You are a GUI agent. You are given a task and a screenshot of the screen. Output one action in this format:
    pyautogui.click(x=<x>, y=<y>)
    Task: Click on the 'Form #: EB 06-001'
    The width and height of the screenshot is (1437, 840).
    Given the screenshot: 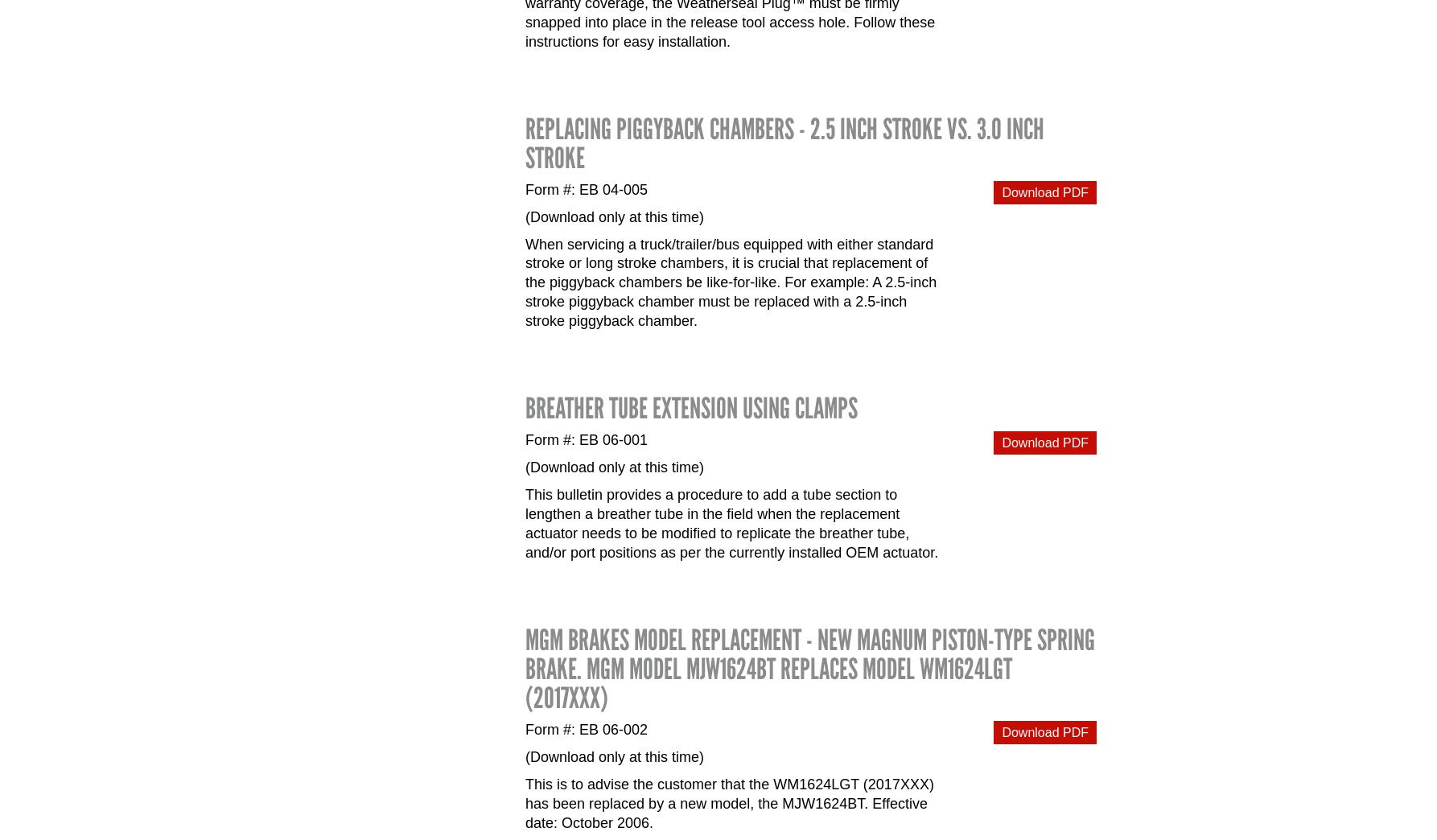 What is the action you would take?
    pyautogui.click(x=525, y=439)
    